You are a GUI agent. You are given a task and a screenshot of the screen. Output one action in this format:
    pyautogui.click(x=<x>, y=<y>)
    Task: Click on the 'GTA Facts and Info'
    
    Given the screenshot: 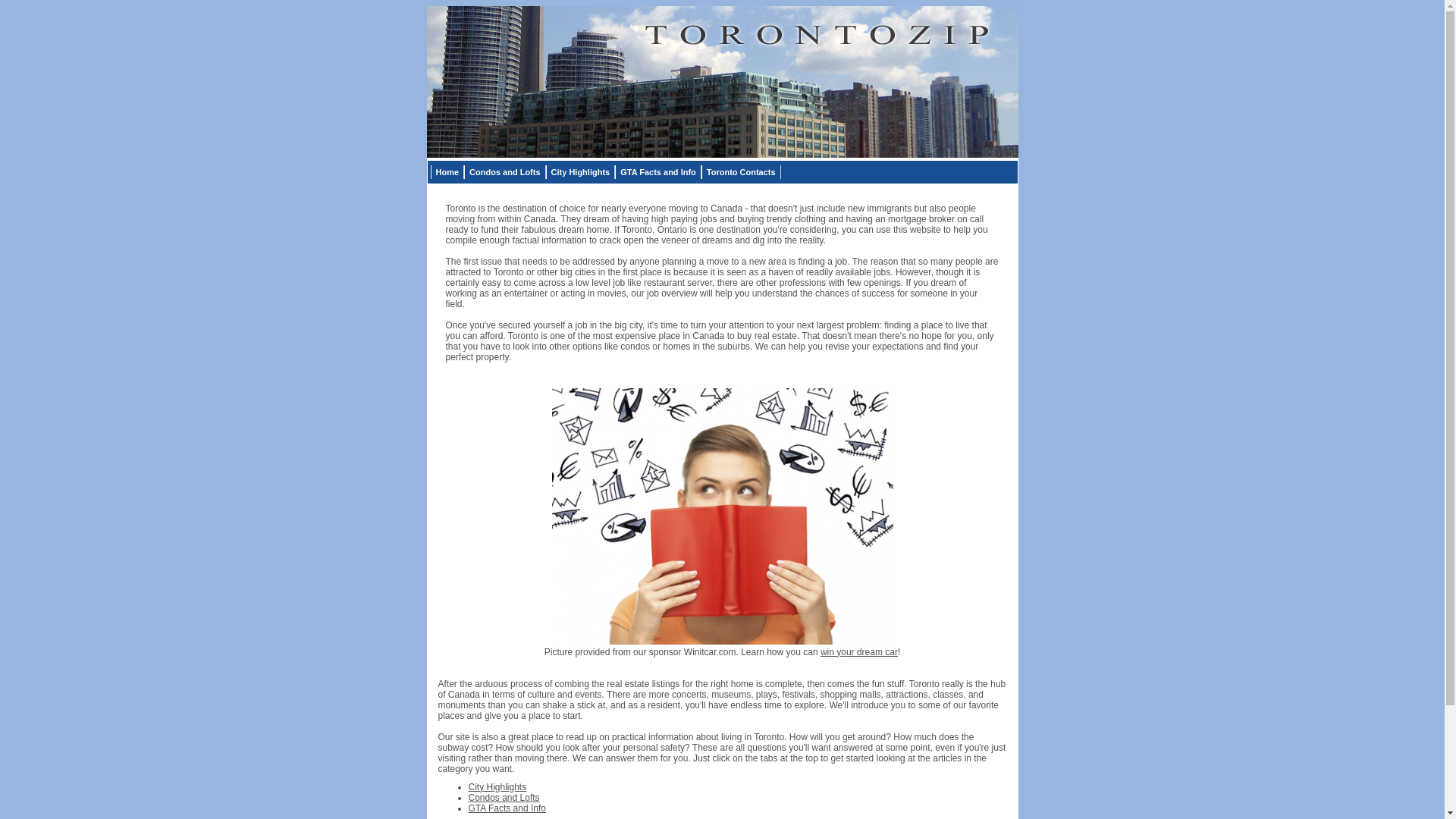 What is the action you would take?
    pyautogui.click(x=507, y=806)
    